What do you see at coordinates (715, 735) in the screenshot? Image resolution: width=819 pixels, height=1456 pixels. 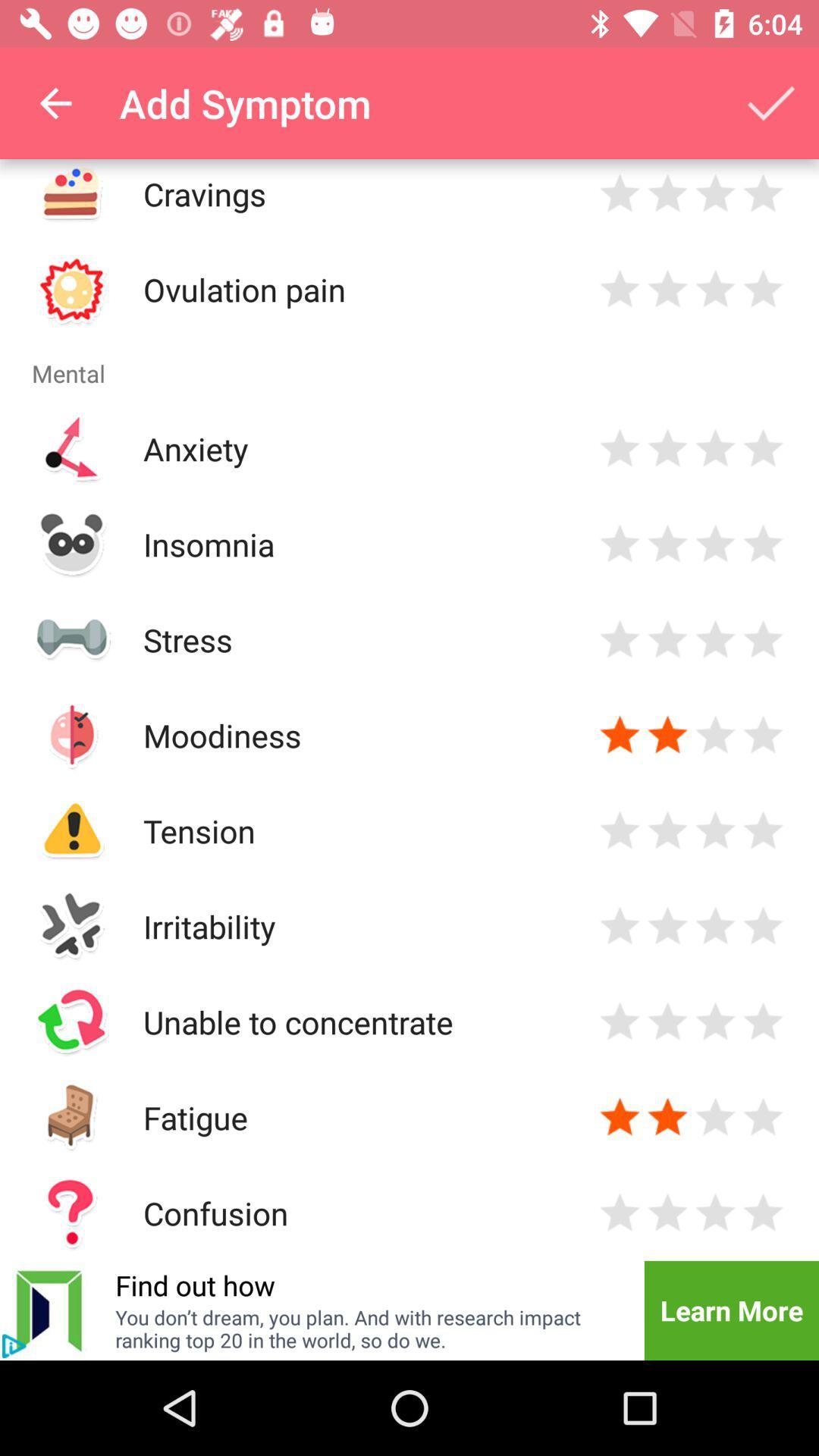 I see `one more positive feedback` at bounding box center [715, 735].